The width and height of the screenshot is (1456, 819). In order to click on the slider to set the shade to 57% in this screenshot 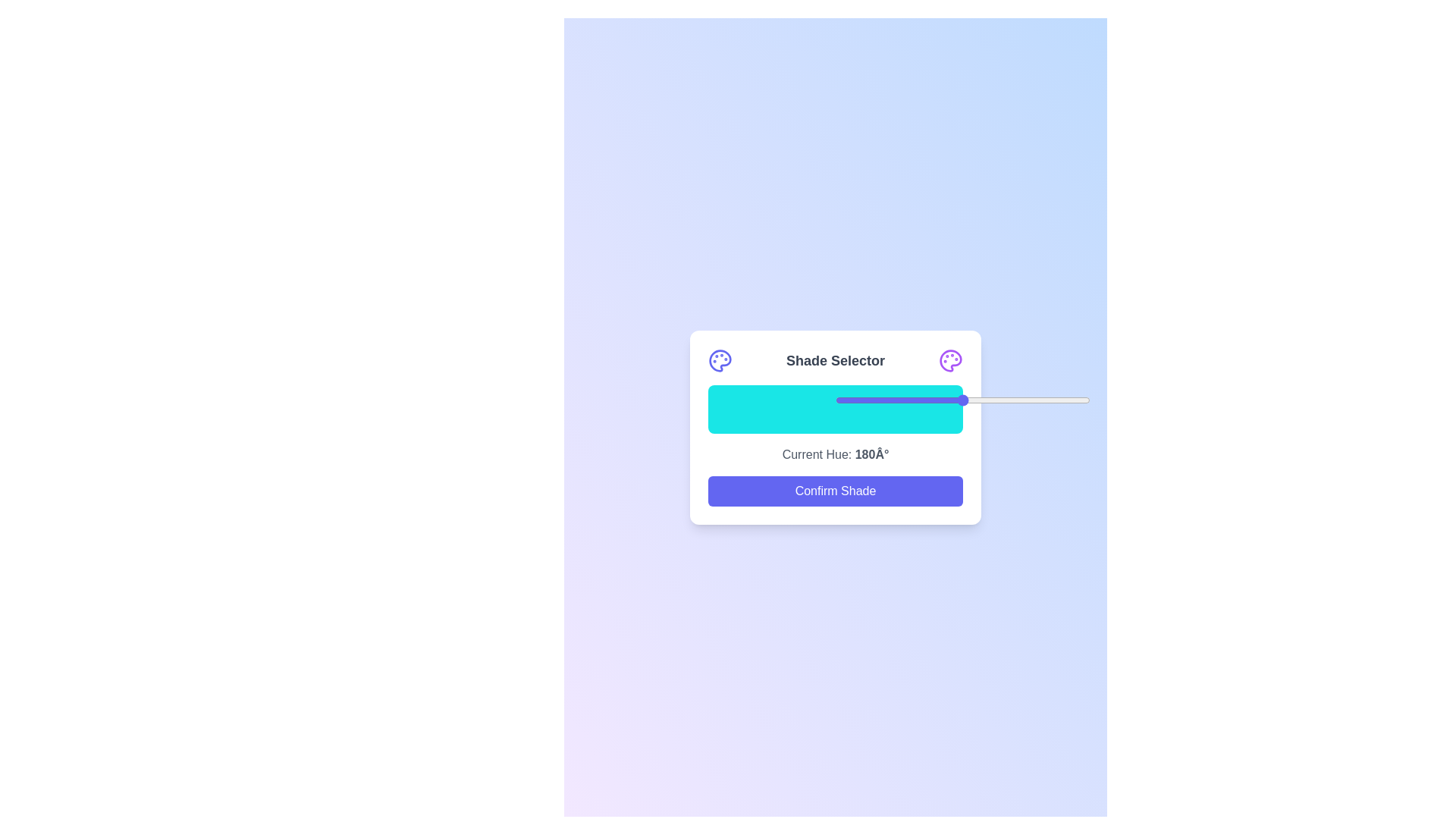, I will do `click(981, 400)`.